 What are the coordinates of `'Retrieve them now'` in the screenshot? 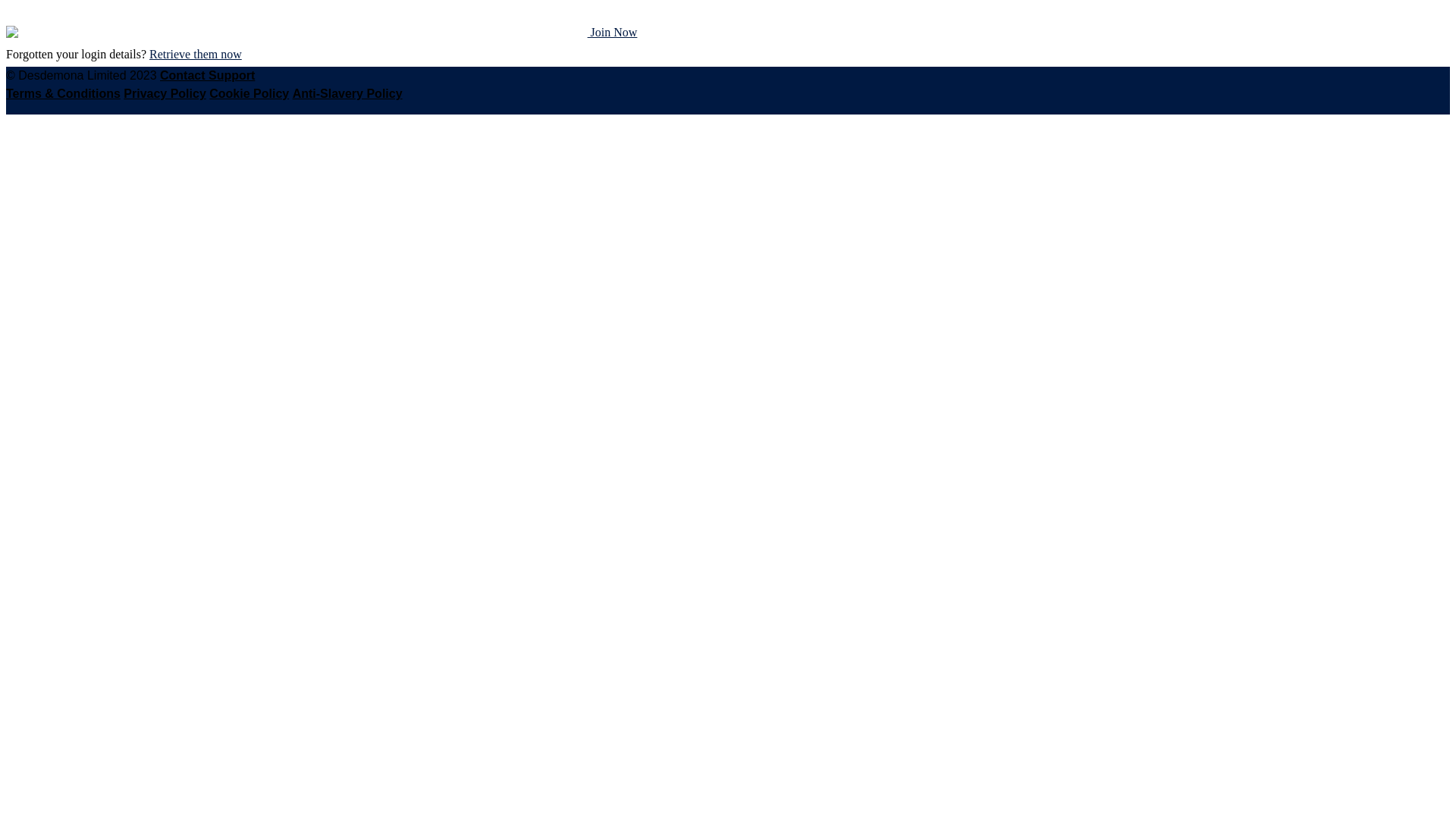 It's located at (195, 53).